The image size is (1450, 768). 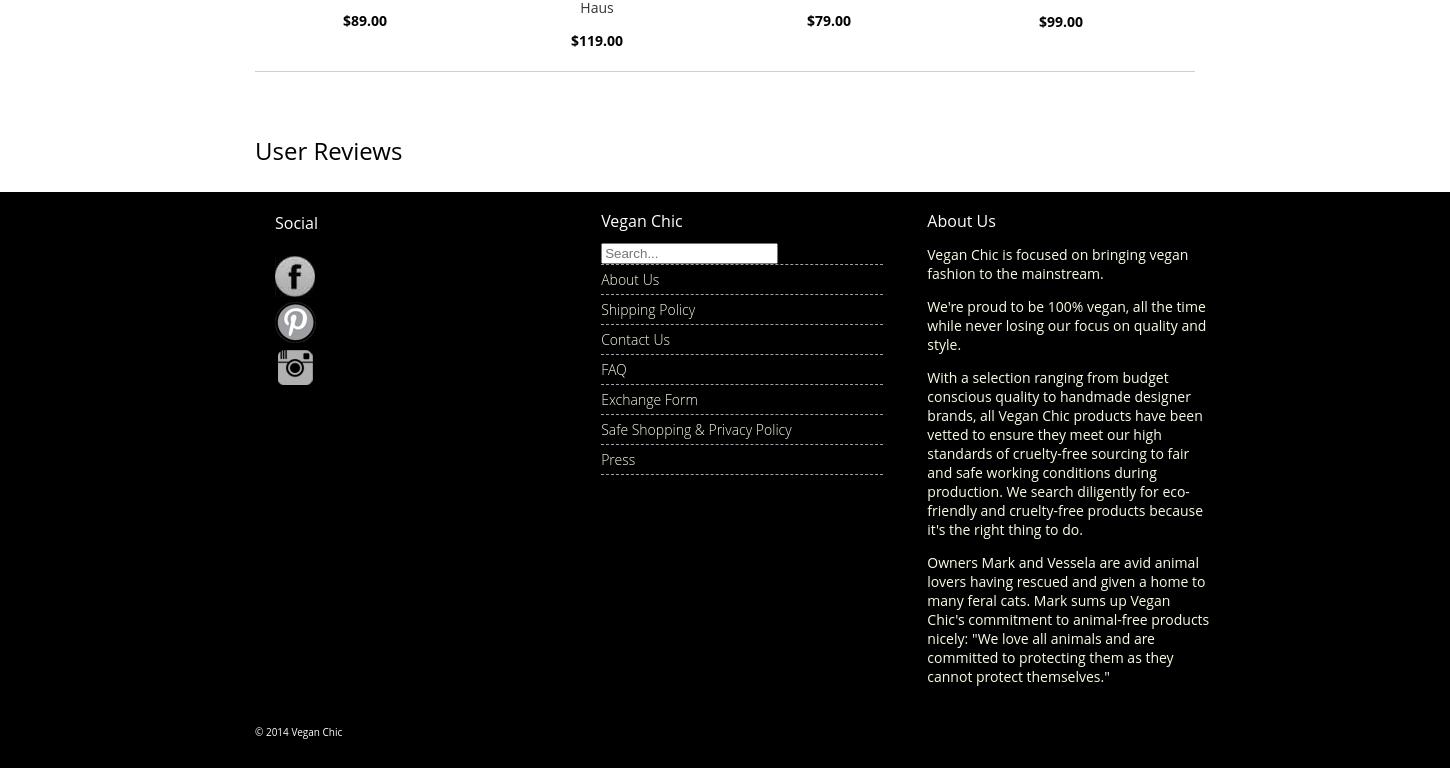 What do you see at coordinates (1065, 451) in the screenshot?
I see `'With a selection ranging from budget conscious quality to handmade designer brands, all Vegan
		    Chic products have been vetted to ensure they meet our high standards of cruelty-free sourcing 
		    to fair and safe working conditions during production. We search diligently for eco-friendly 
		    and cruelty-free products because it's the right thing to do.'` at bounding box center [1065, 451].